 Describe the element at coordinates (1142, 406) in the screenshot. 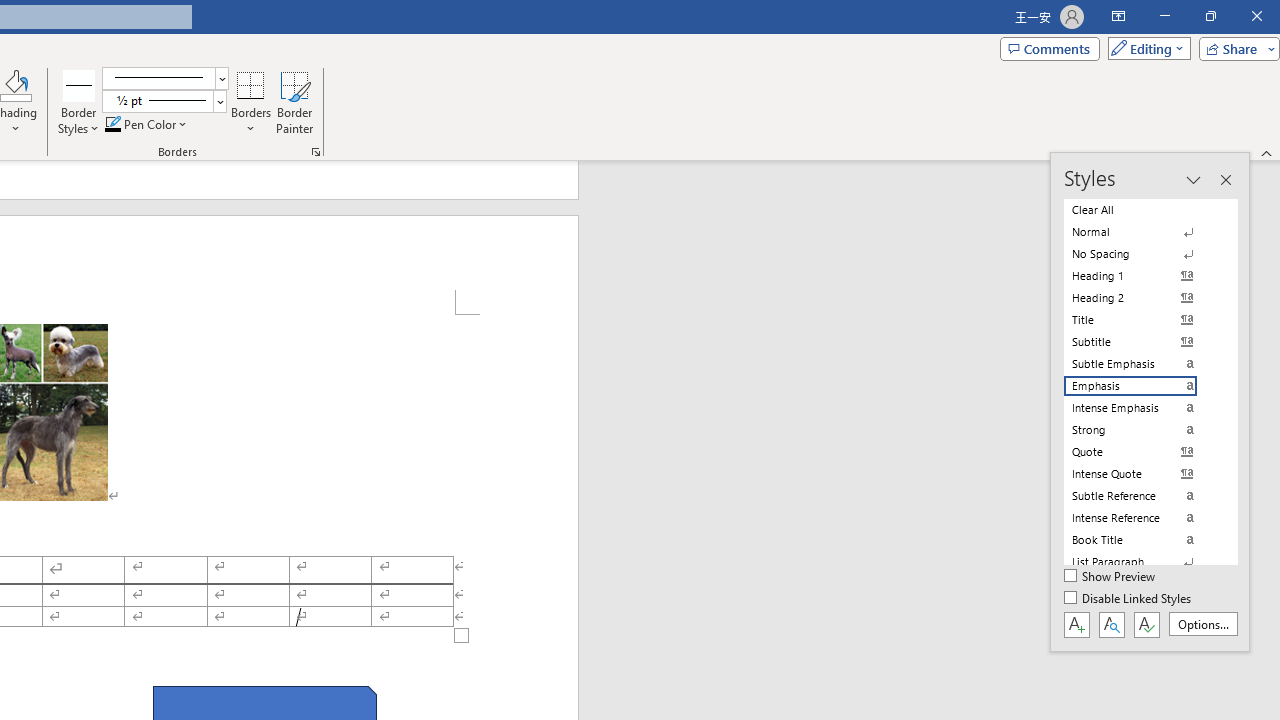

I see `'Intense Emphasis'` at that location.